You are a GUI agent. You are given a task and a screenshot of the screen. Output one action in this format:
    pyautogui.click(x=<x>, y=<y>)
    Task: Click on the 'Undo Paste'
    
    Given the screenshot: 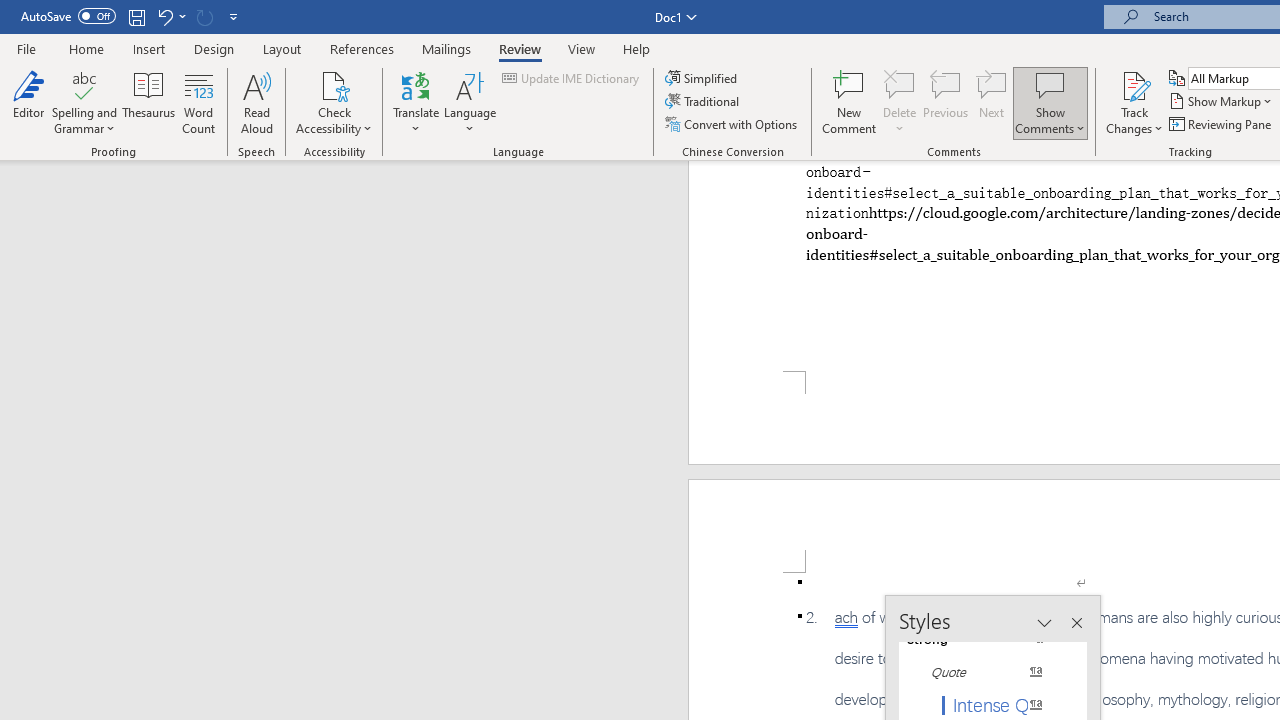 What is the action you would take?
    pyautogui.click(x=164, y=16)
    